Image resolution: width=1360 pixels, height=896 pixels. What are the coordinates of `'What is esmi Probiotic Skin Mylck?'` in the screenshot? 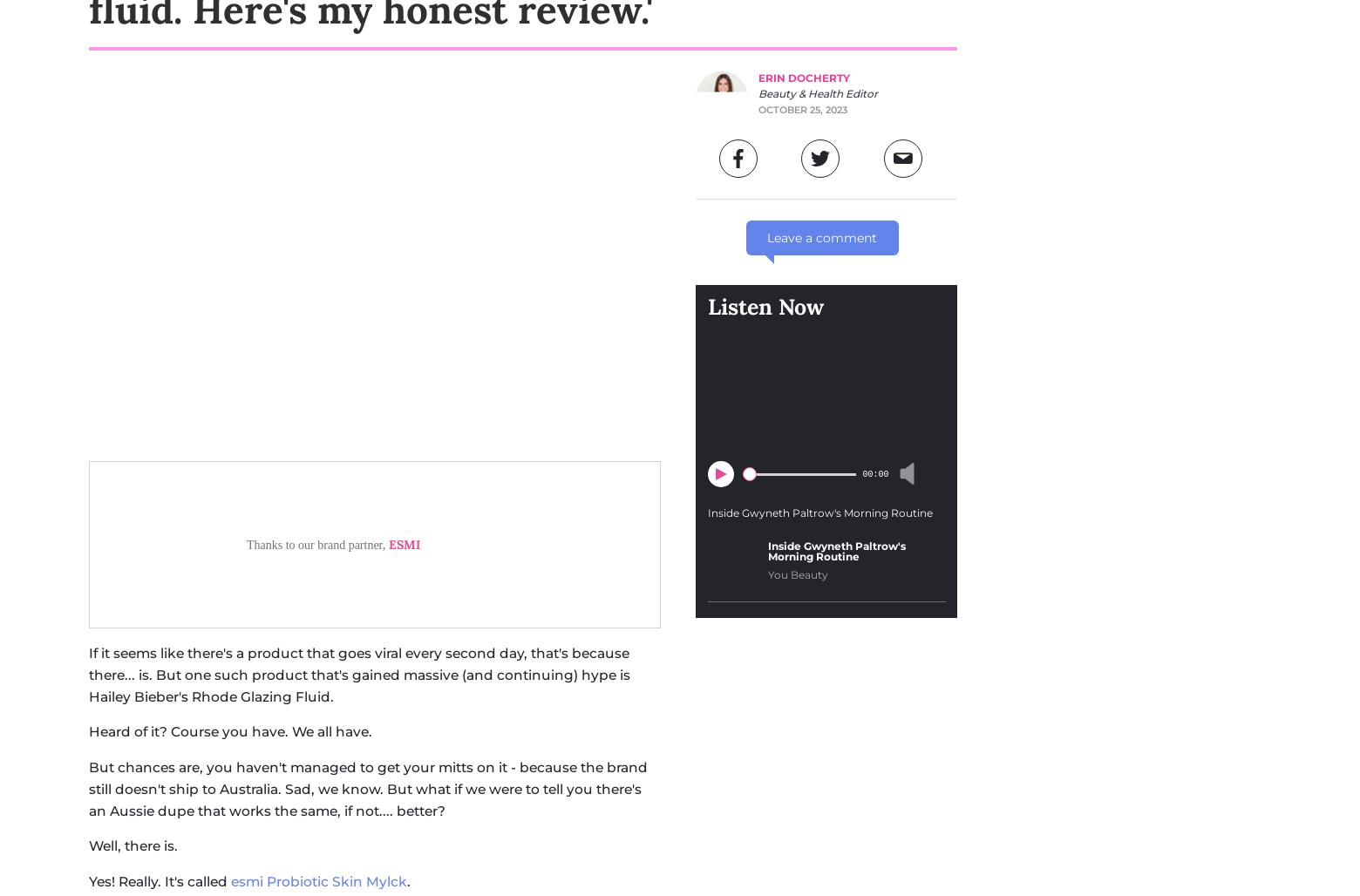 It's located at (88, 459).